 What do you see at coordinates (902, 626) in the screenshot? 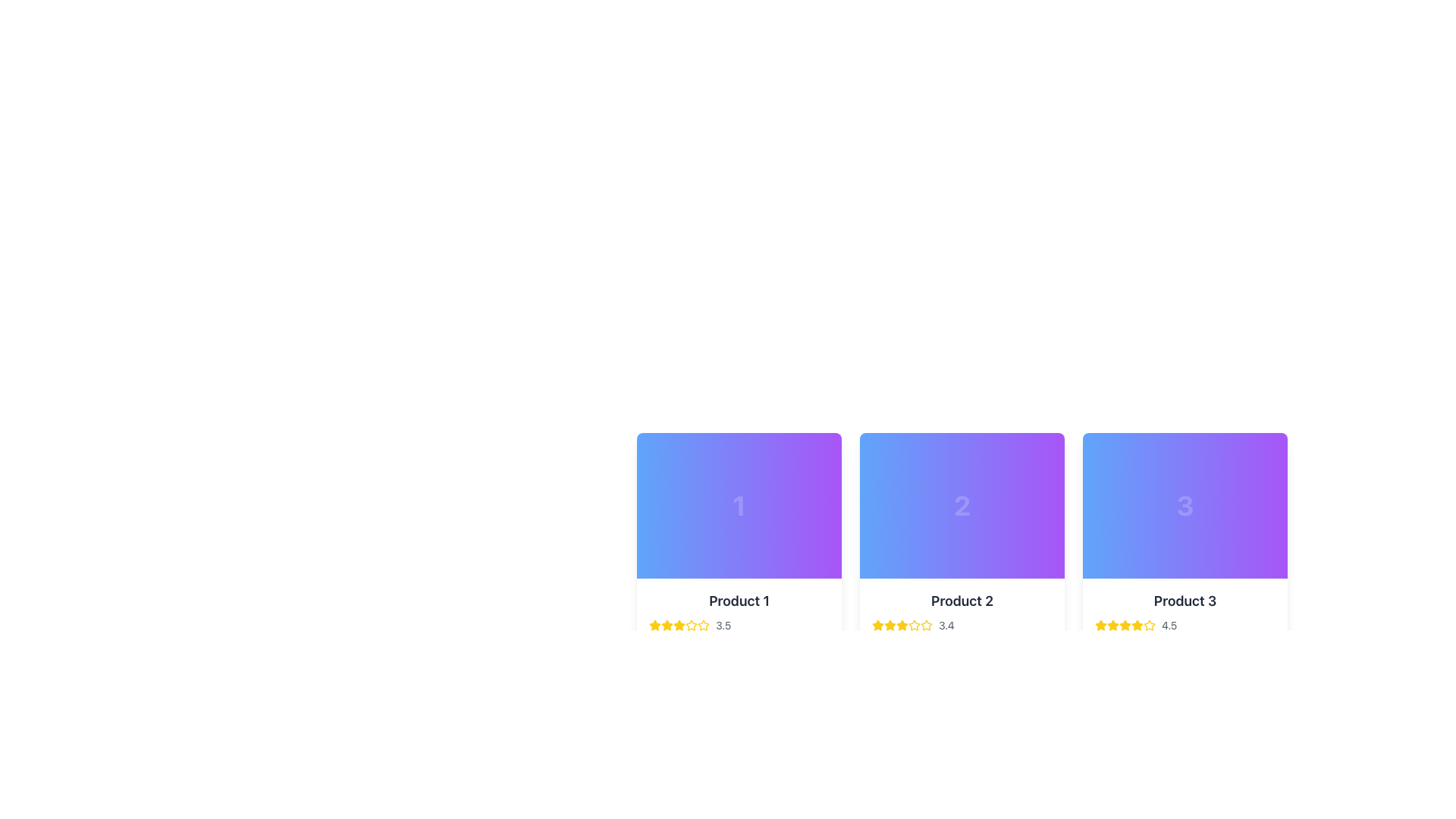
I see `the fourth star icon from the left in the rating section for 'Product 2' to visually assess its filling indicating the assigned partial rating` at bounding box center [902, 626].